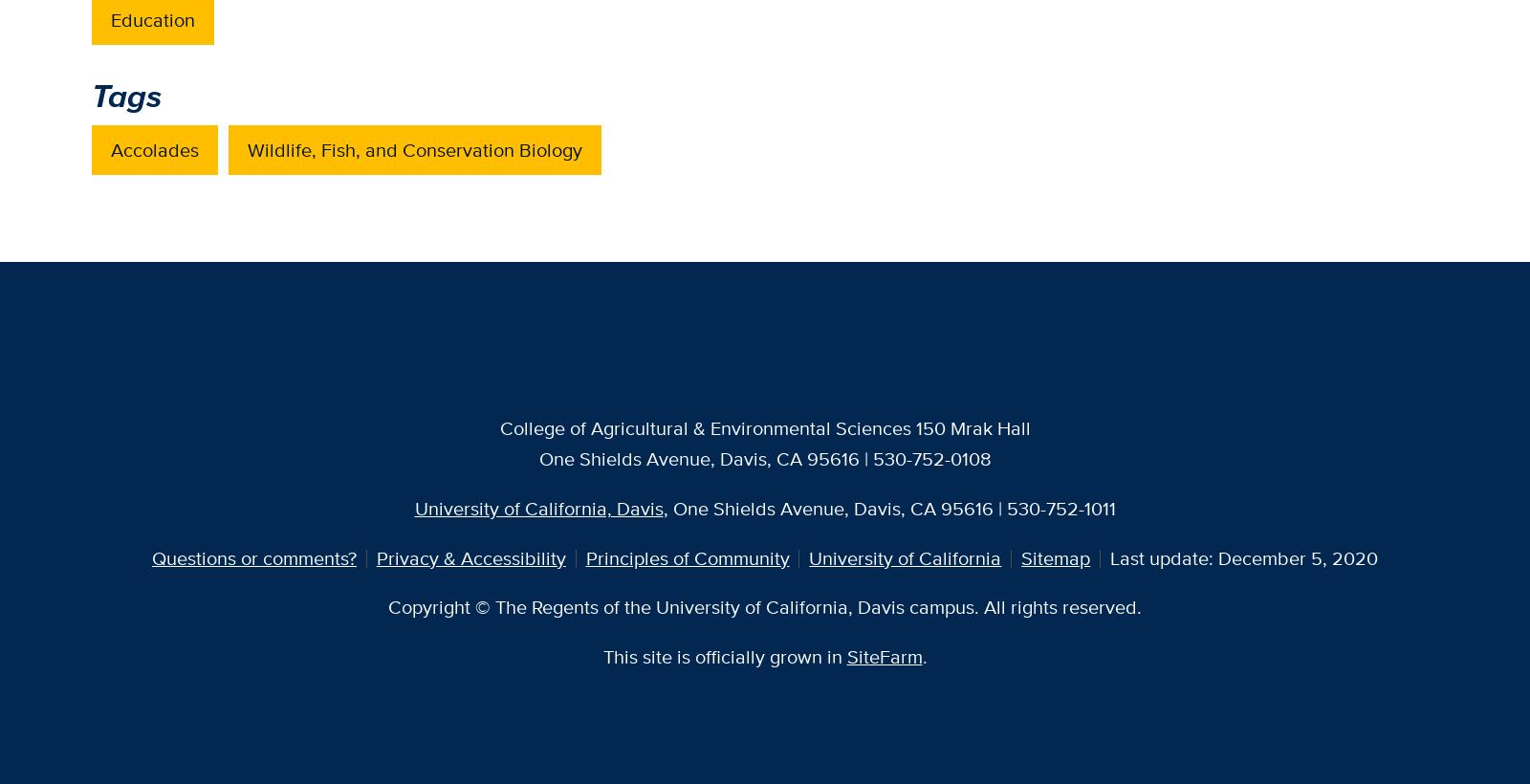  Describe the element at coordinates (152, 150) in the screenshot. I see `'Accolades'` at that location.